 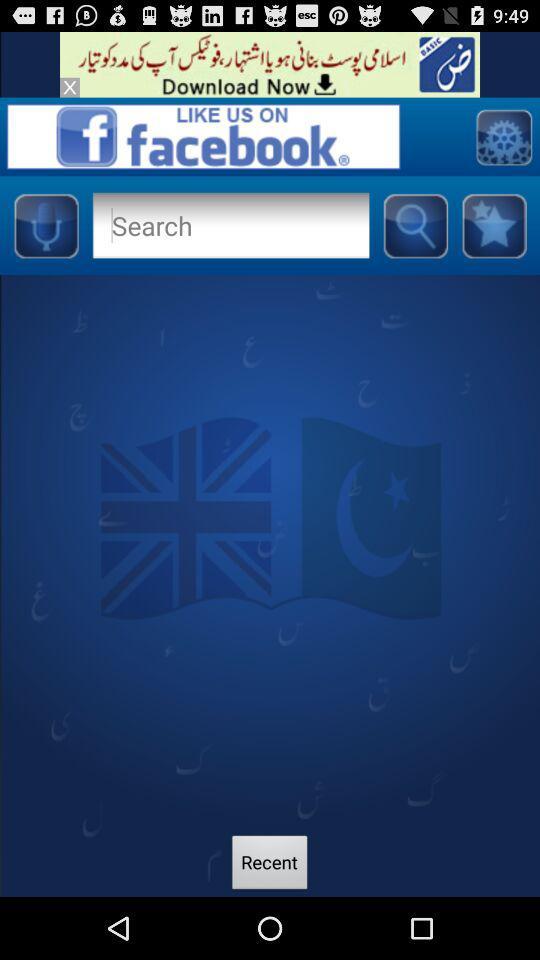 I want to click on open advertisements, so click(x=270, y=64).